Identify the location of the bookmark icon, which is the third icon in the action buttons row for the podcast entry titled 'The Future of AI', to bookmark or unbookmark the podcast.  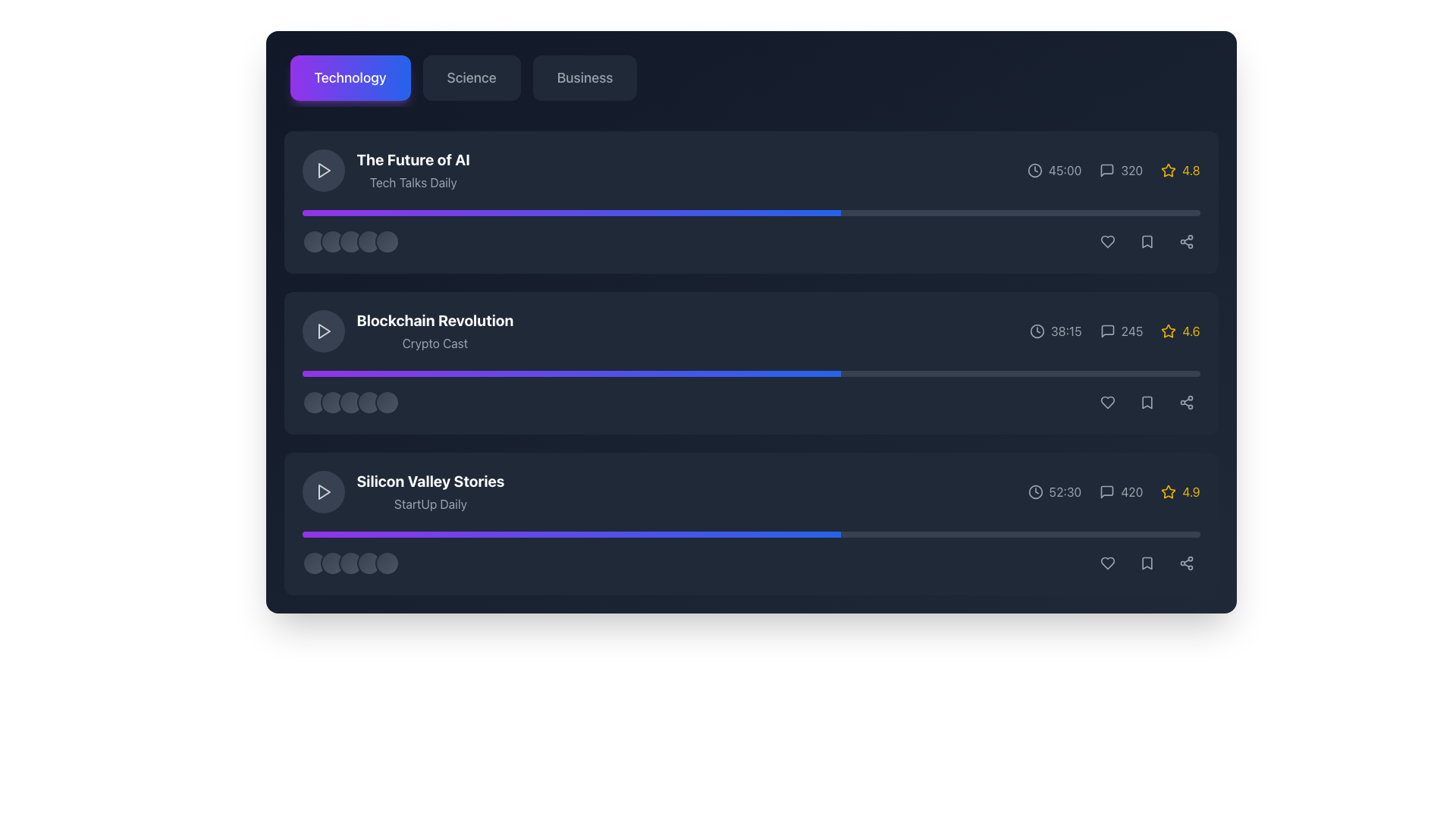
(1147, 241).